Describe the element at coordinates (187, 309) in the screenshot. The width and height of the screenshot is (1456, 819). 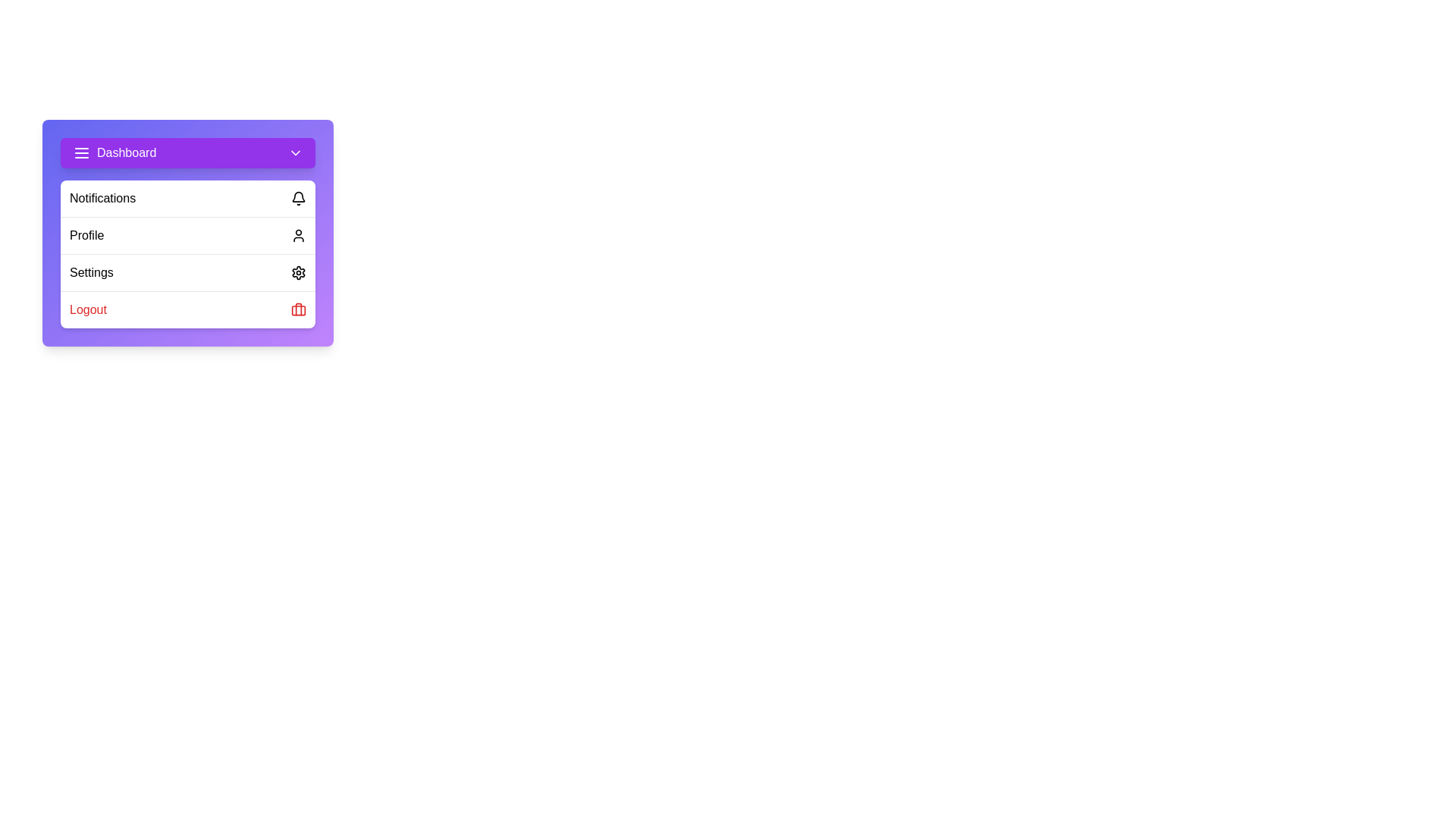
I see `the 'Logout' option in the menu` at that location.